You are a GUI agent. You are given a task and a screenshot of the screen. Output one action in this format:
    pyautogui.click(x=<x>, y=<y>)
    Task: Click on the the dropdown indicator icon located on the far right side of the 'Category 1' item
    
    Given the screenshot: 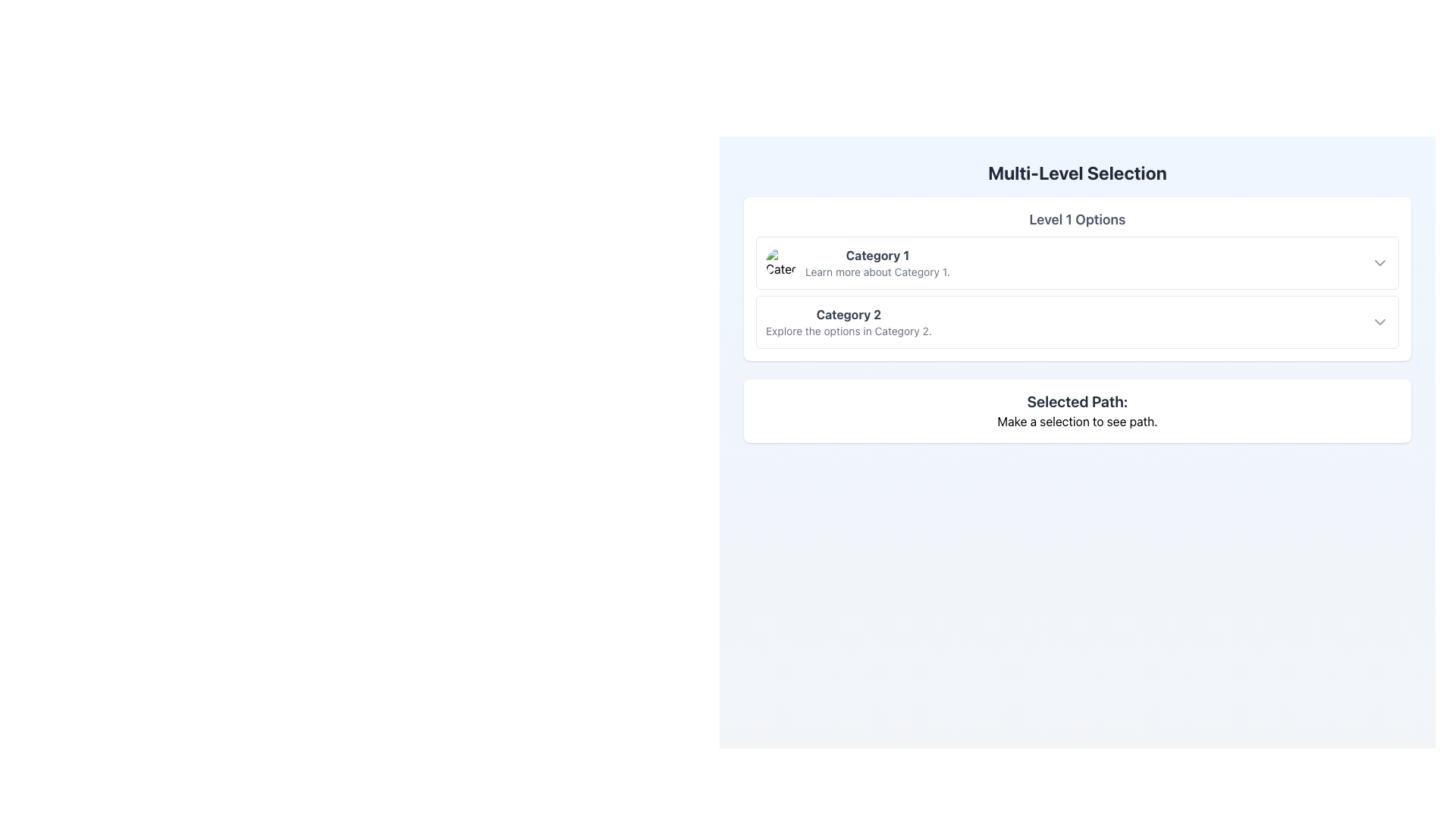 What is the action you would take?
    pyautogui.click(x=1379, y=262)
    